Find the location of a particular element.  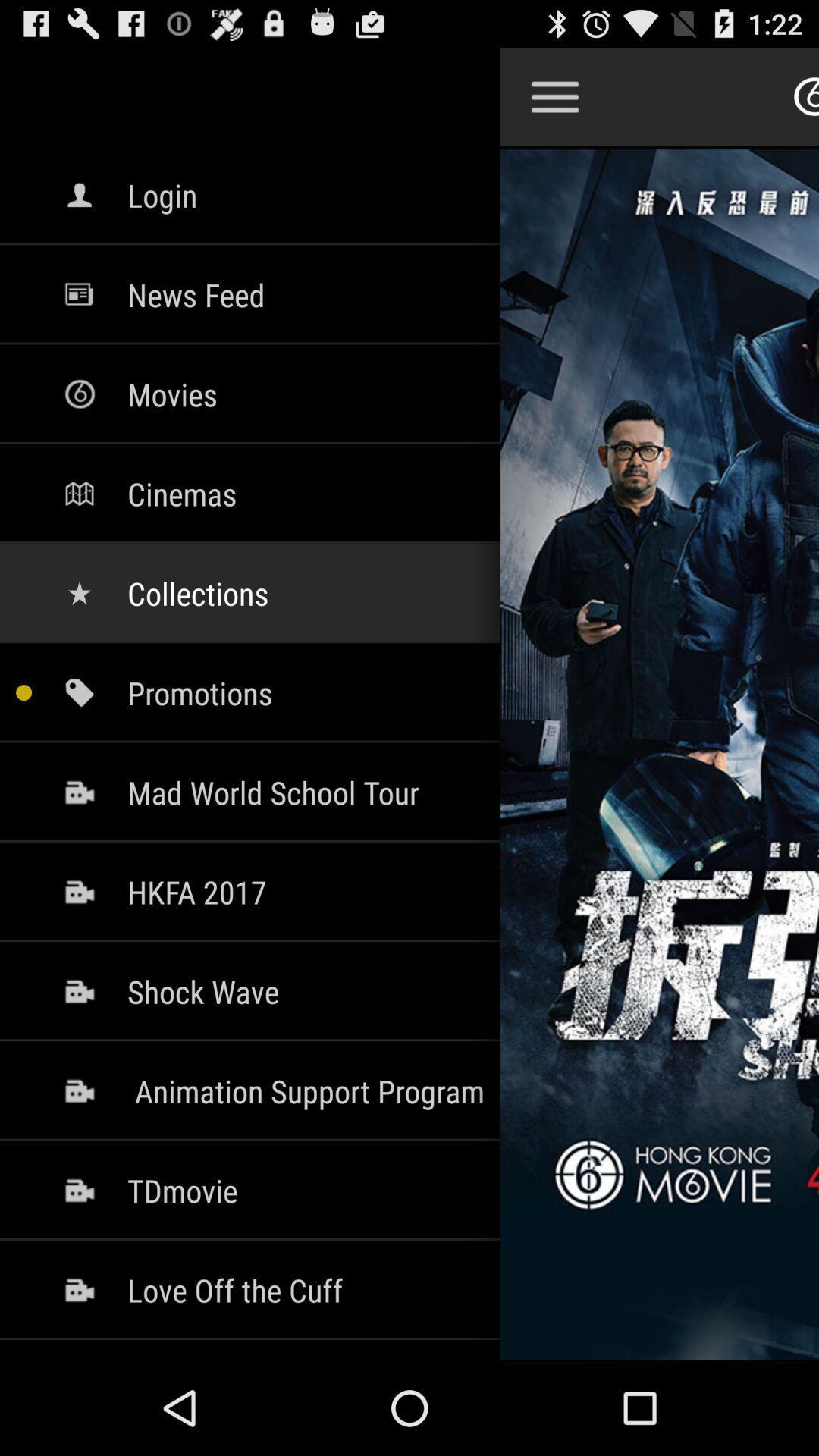

the icon which is beside promotions is located at coordinates (79, 692).